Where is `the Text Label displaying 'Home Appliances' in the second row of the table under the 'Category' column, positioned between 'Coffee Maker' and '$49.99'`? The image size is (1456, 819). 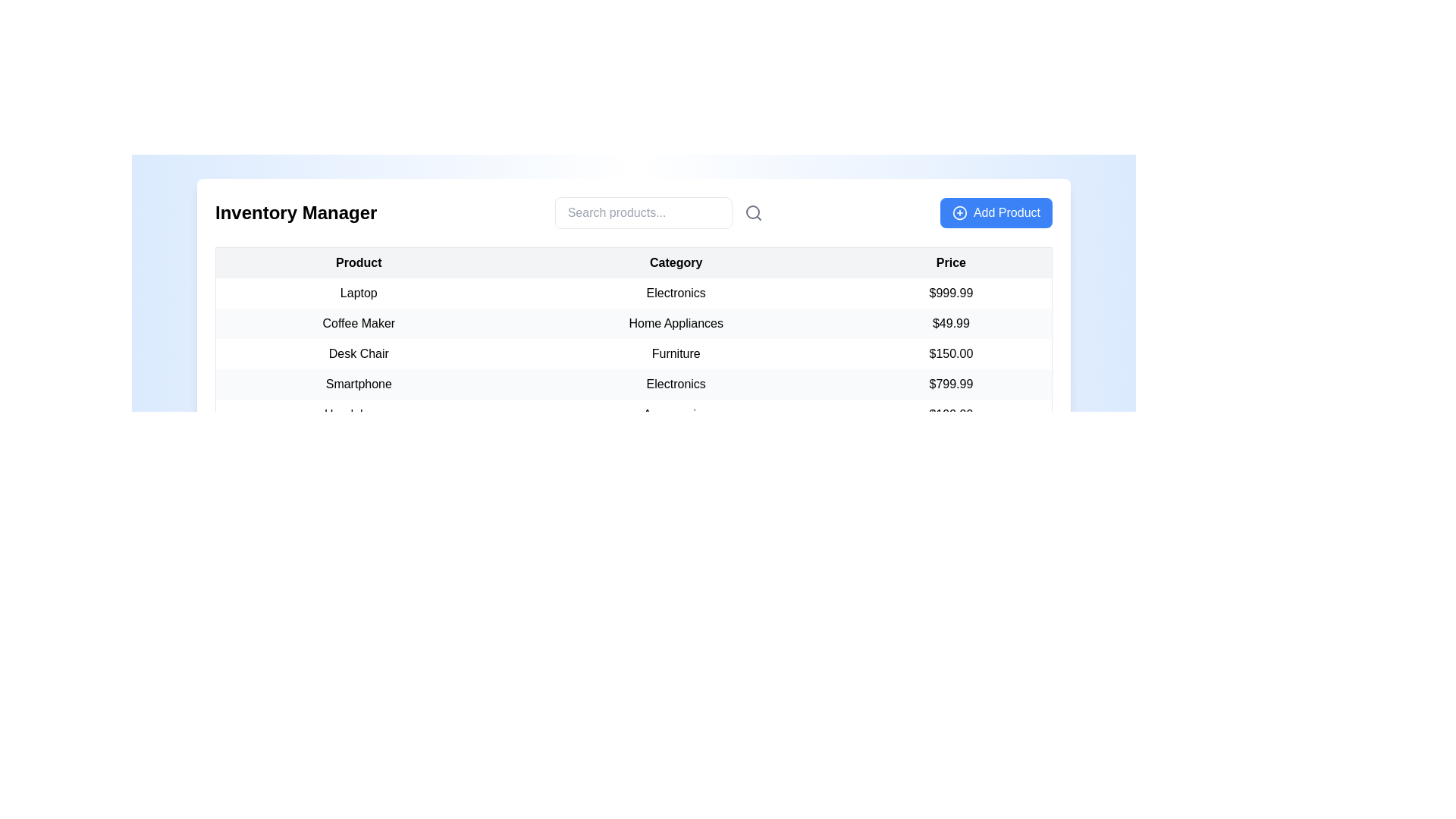
the Text Label displaying 'Home Appliances' in the second row of the table under the 'Category' column, positioned between 'Coffee Maker' and '$49.99' is located at coordinates (675, 323).